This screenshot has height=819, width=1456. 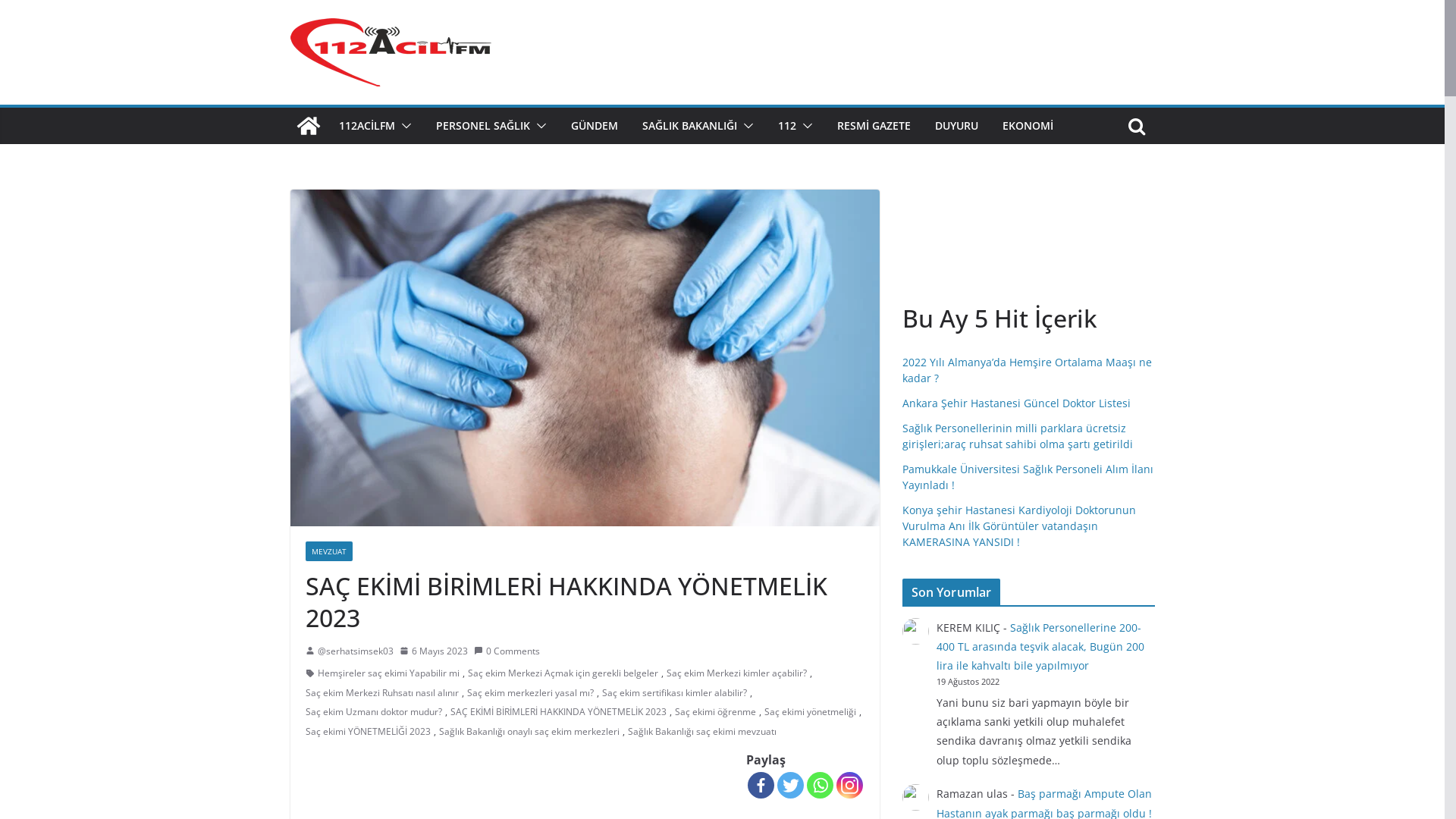 I want to click on 'EKONOMI', so click(x=1002, y=124).